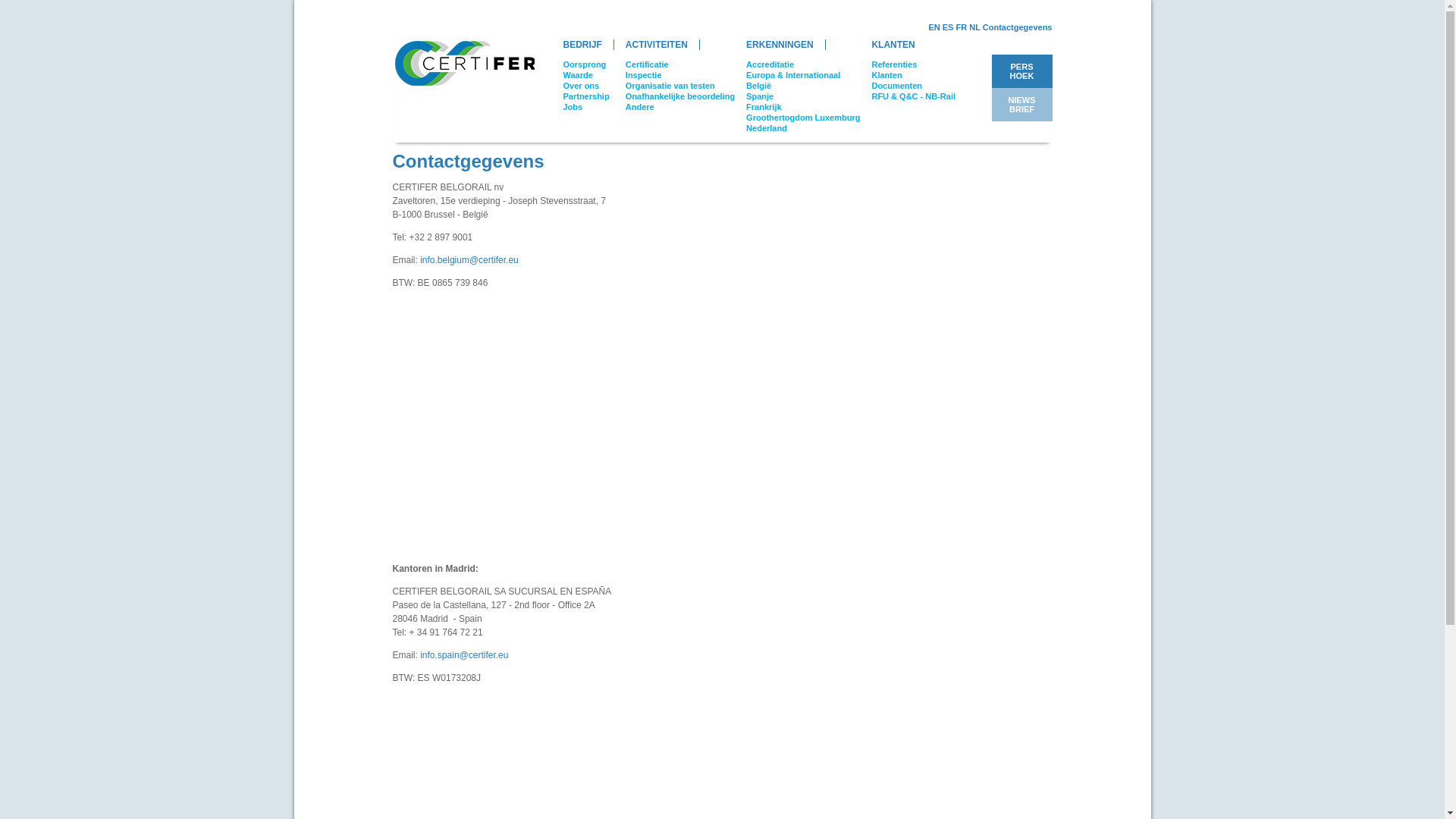 The height and width of the screenshot is (819, 1456). What do you see at coordinates (947, 27) in the screenshot?
I see `'ES'` at bounding box center [947, 27].